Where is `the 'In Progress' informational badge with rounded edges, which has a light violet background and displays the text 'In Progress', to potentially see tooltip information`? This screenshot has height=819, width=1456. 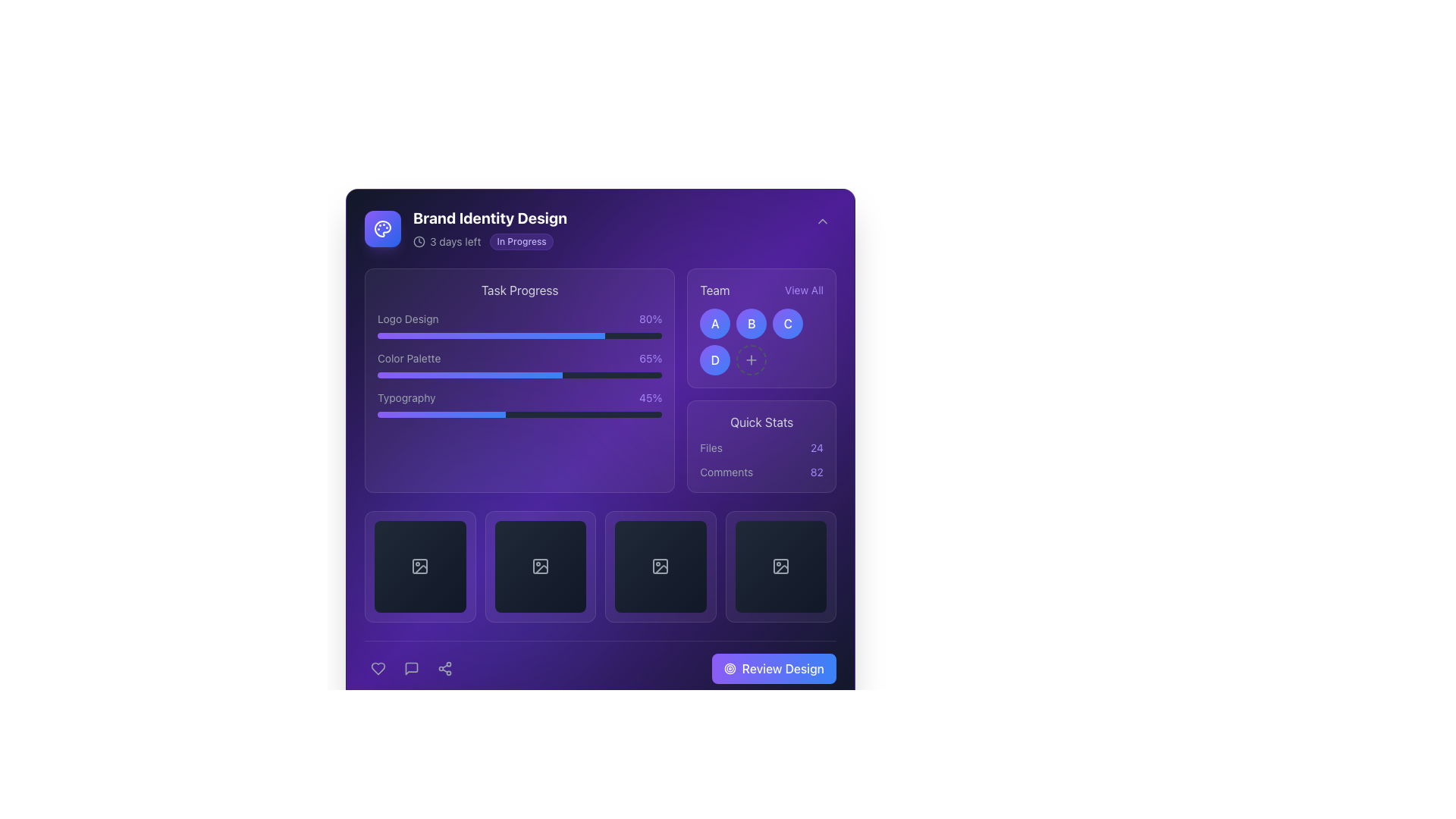 the 'In Progress' informational badge with rounded edges, which has a light violet background and displays the text 'In Progress', to potentially see tooltip information is located at coordinates (522, 241).